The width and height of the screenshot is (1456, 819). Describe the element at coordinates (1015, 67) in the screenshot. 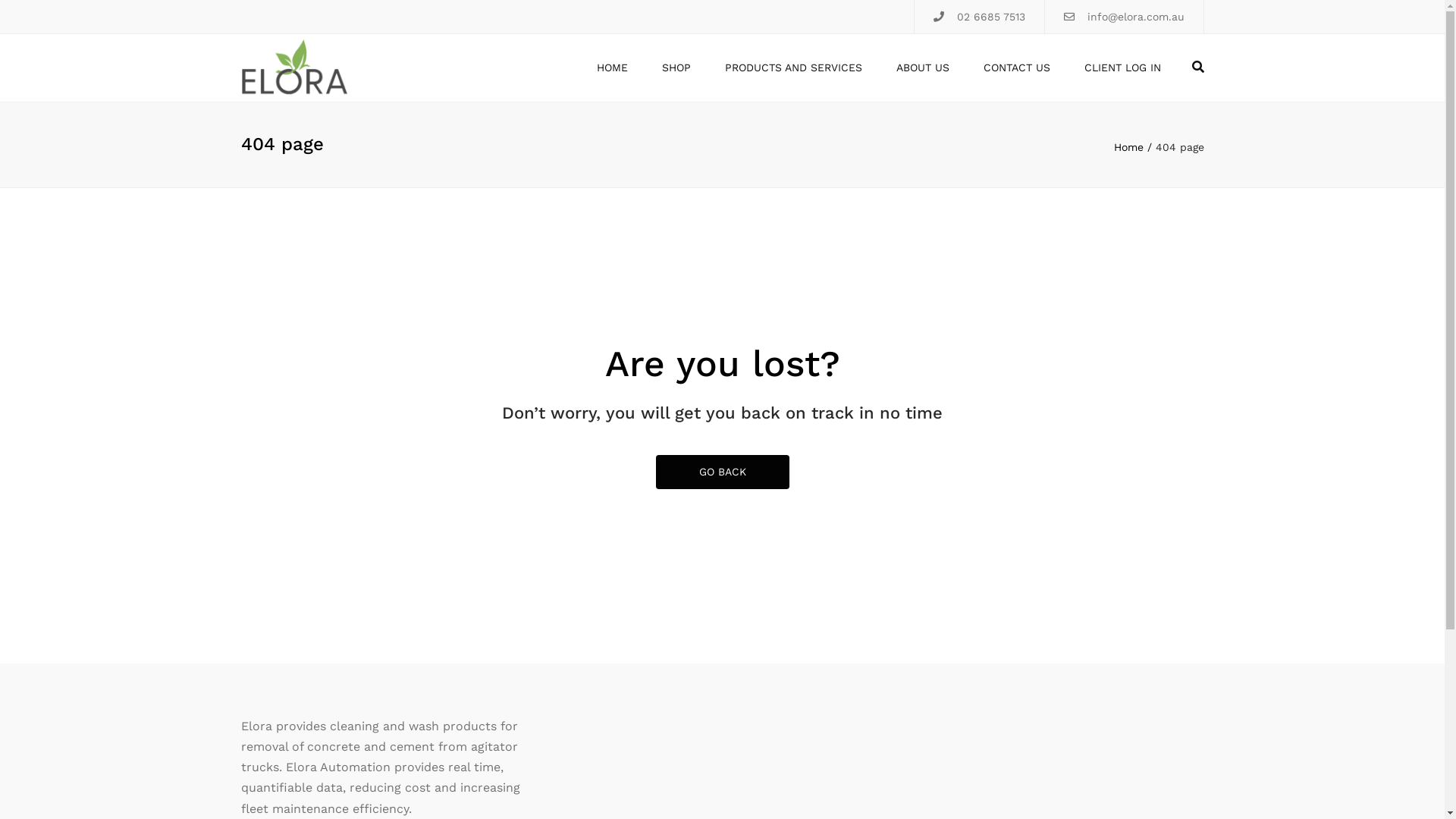

I see `'CONTACT US'` at that location.